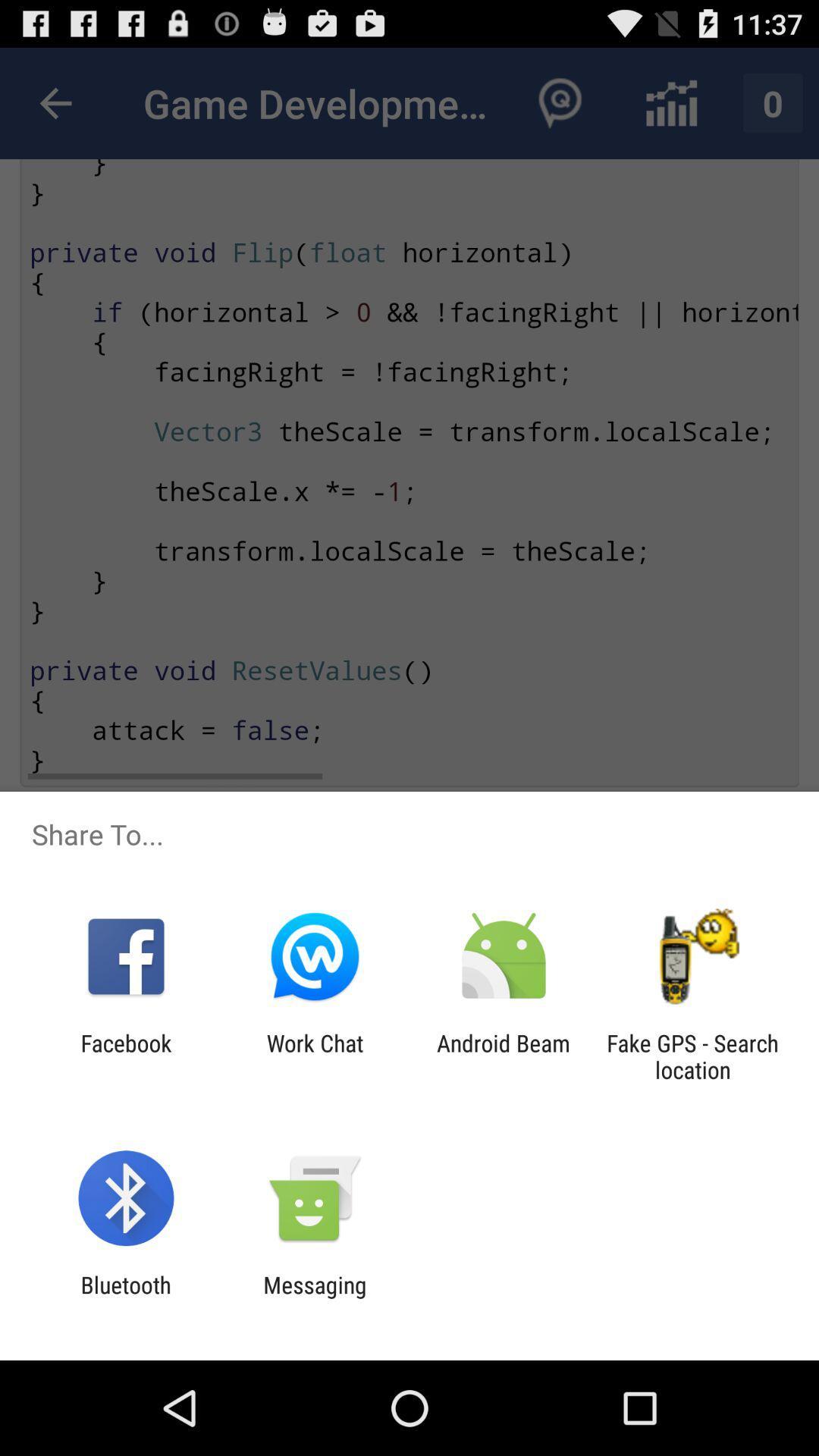  I want to click on the icon to the right of work chat item, so click(504, 1056).